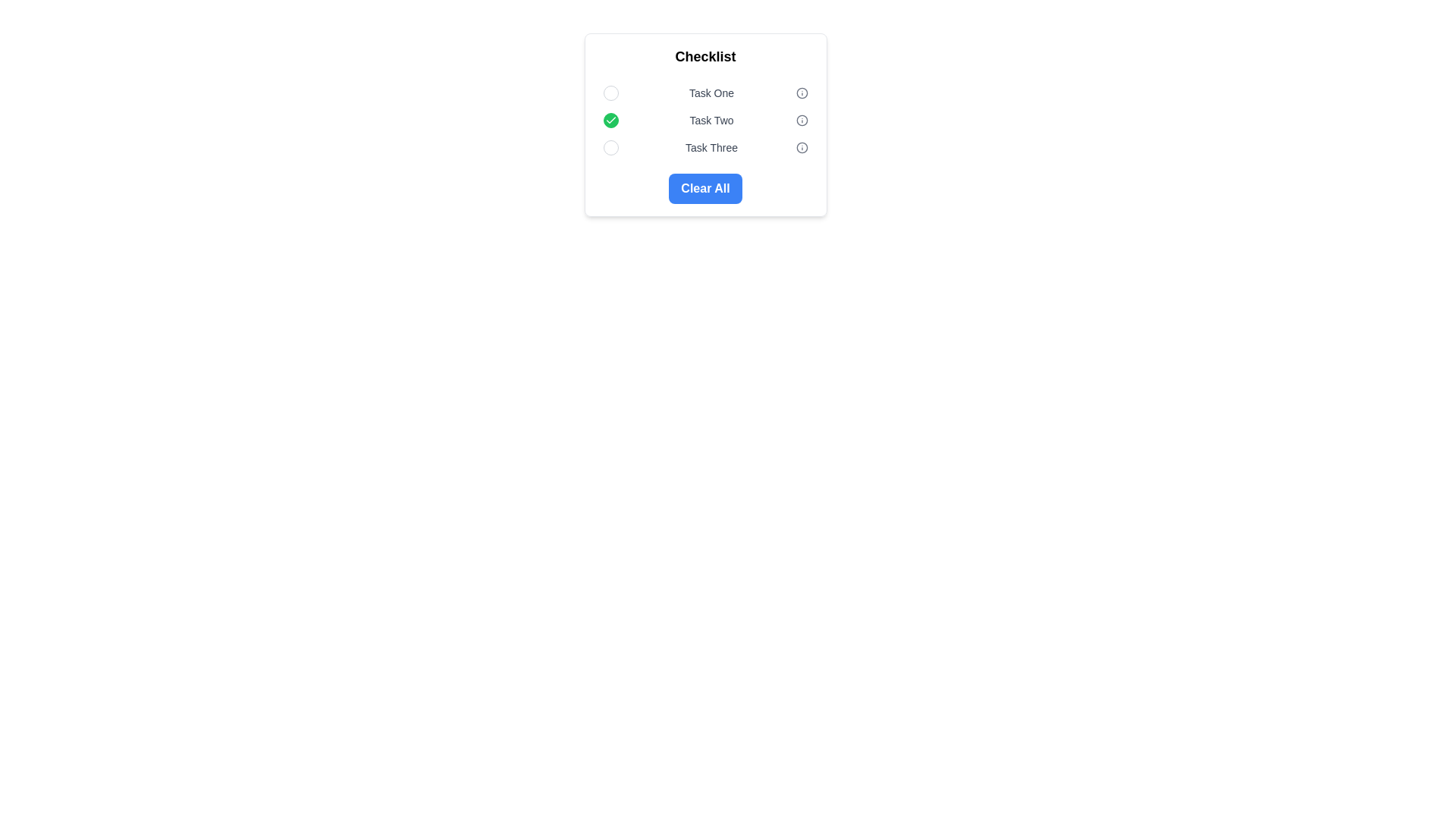 This screenshot has height=819, width=1456. What do you see at coordinates (801, 93) in the screenshot?
I see `the information icon, which is a gray circular outline with an 'i' character, located at the end of the 'Task One' list item for more information` at bounding box center [801, 93].